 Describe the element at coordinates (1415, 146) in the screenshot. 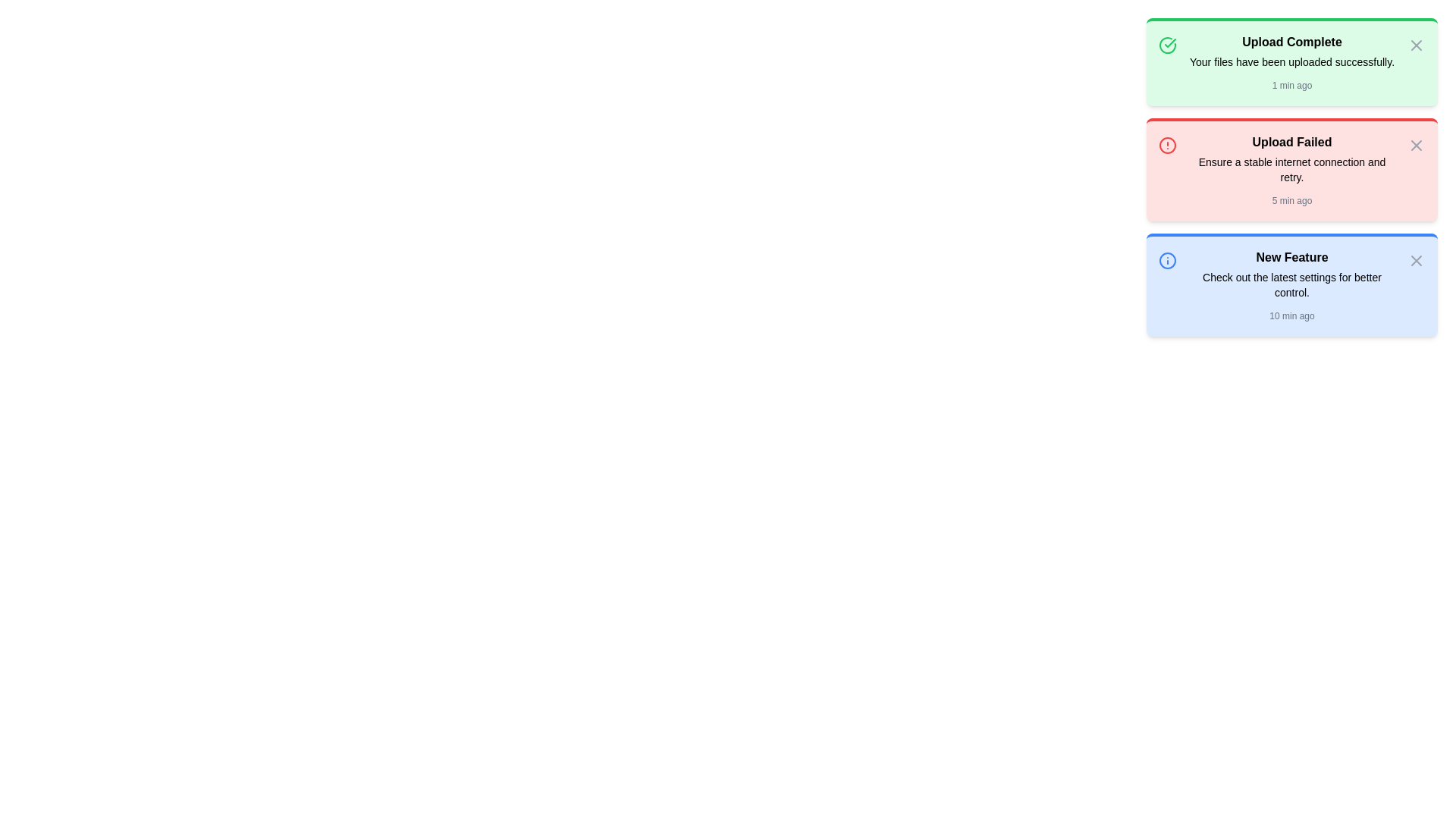

I see `the button in the top-right corner of the notification card` at that location.